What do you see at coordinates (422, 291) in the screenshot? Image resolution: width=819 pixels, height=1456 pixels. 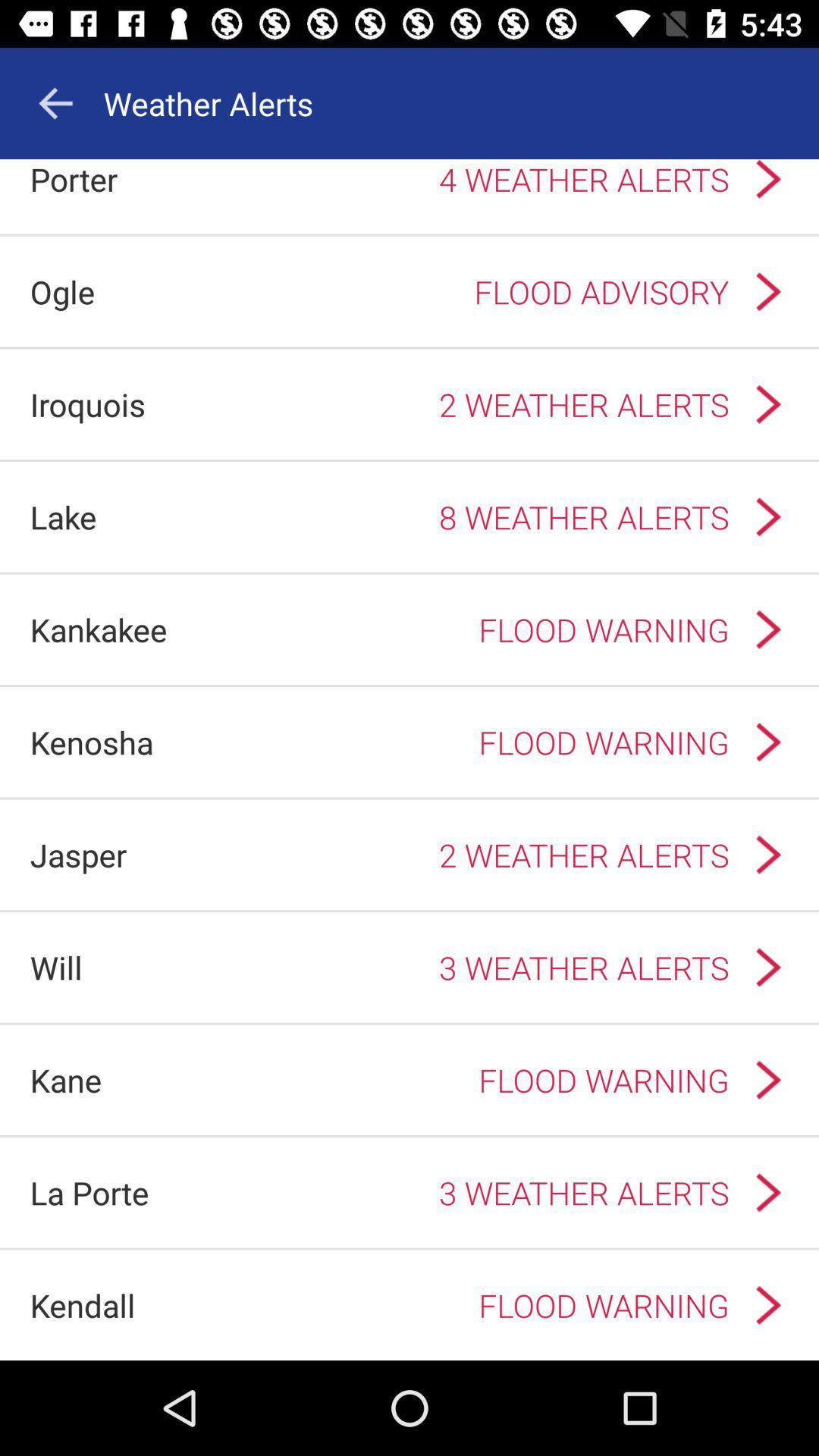 I see `item next to the ogle` at bounding box center [422, 291].